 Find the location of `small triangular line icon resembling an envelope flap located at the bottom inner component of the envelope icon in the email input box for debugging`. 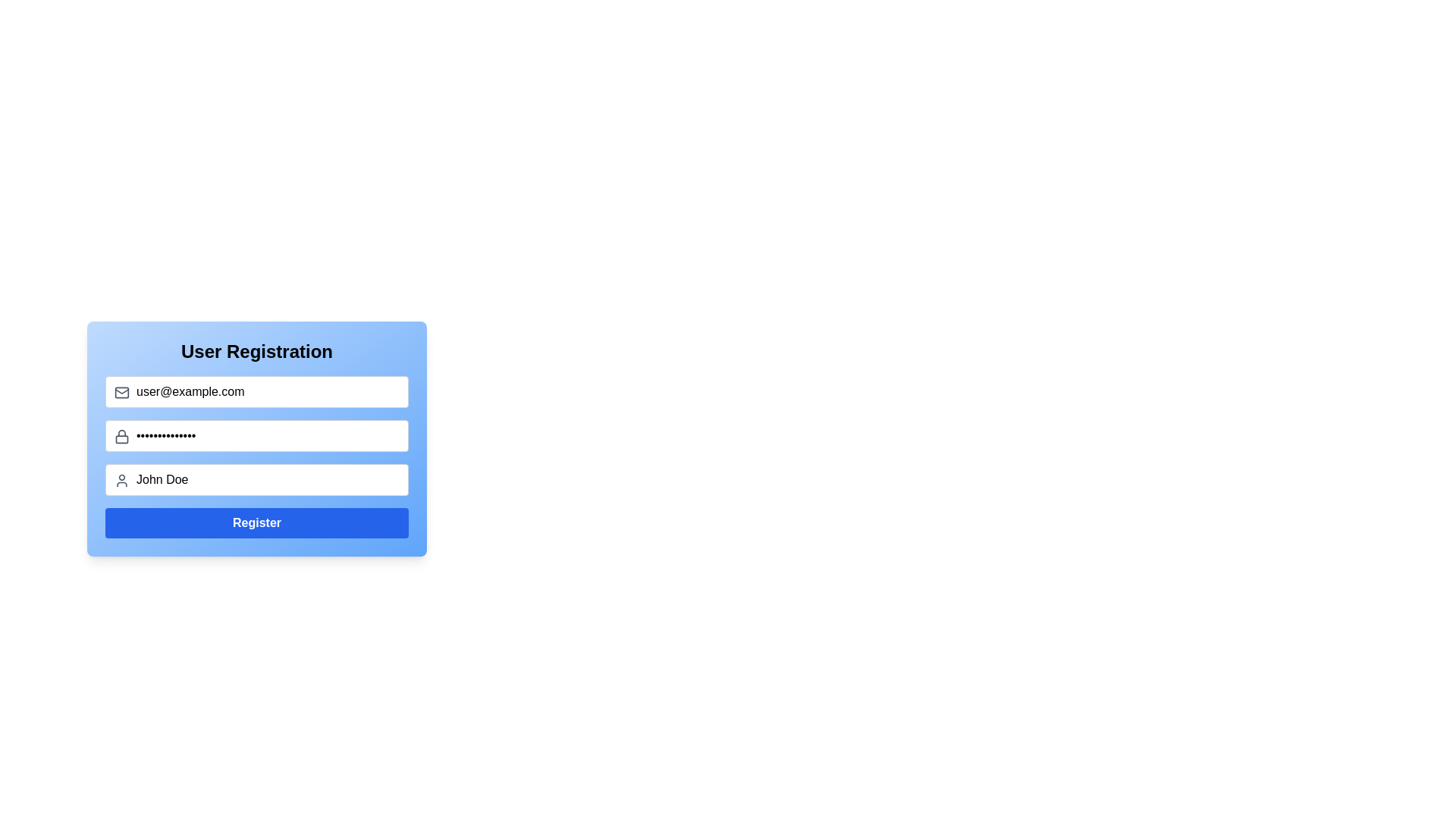

small triangular line icon resembling an envelope flap located at the bottom inner component of the envelope icon in the email input box for debugging is located at coordinates (122, 391).